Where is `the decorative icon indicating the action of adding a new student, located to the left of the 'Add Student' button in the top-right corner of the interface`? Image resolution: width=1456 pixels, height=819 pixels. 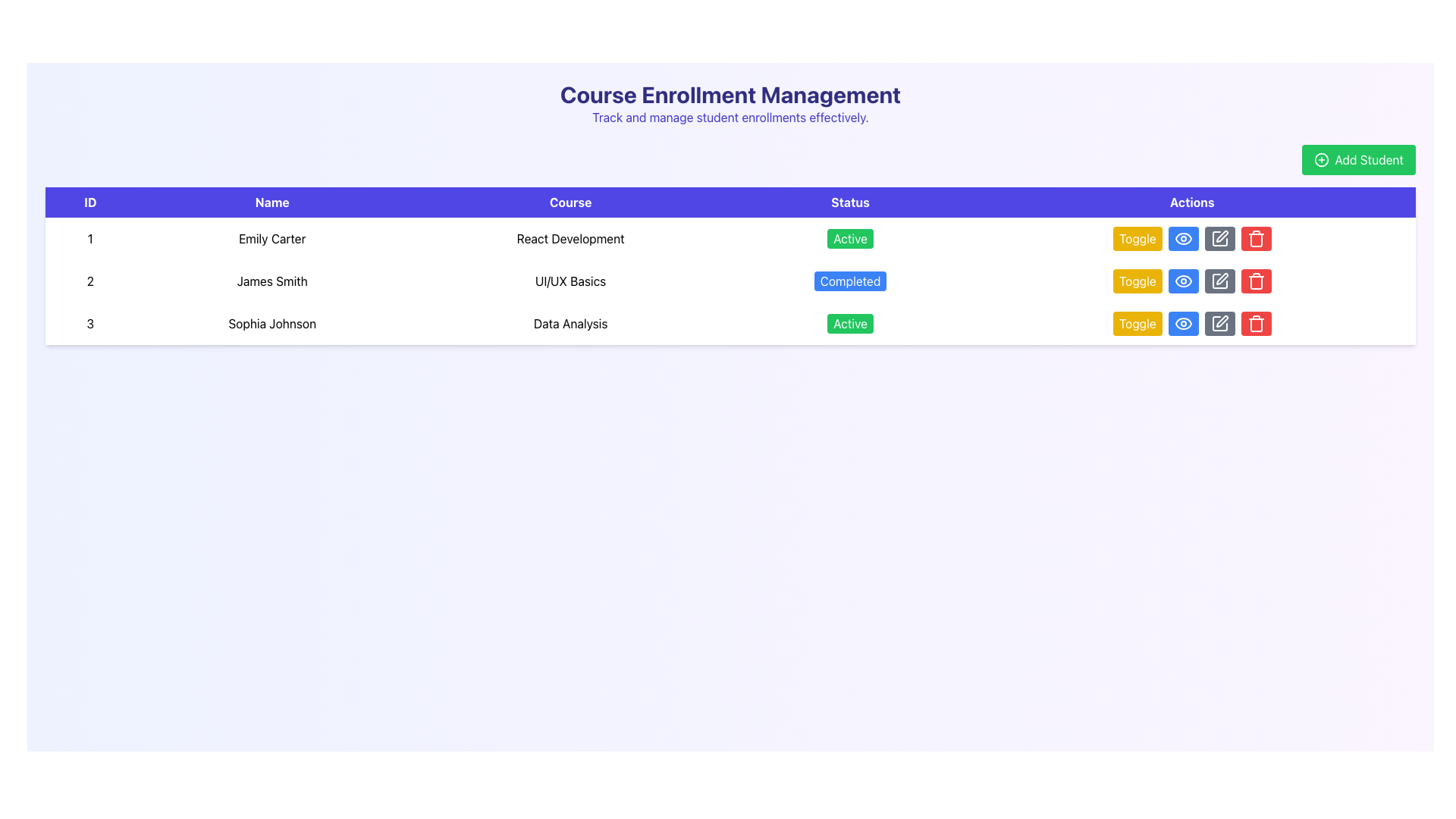
the decorative icon indicating the action of adding a new student, located to the left of the 'Add Student' button in the top-right corner of the interface is located at coordinates (1320, 160).